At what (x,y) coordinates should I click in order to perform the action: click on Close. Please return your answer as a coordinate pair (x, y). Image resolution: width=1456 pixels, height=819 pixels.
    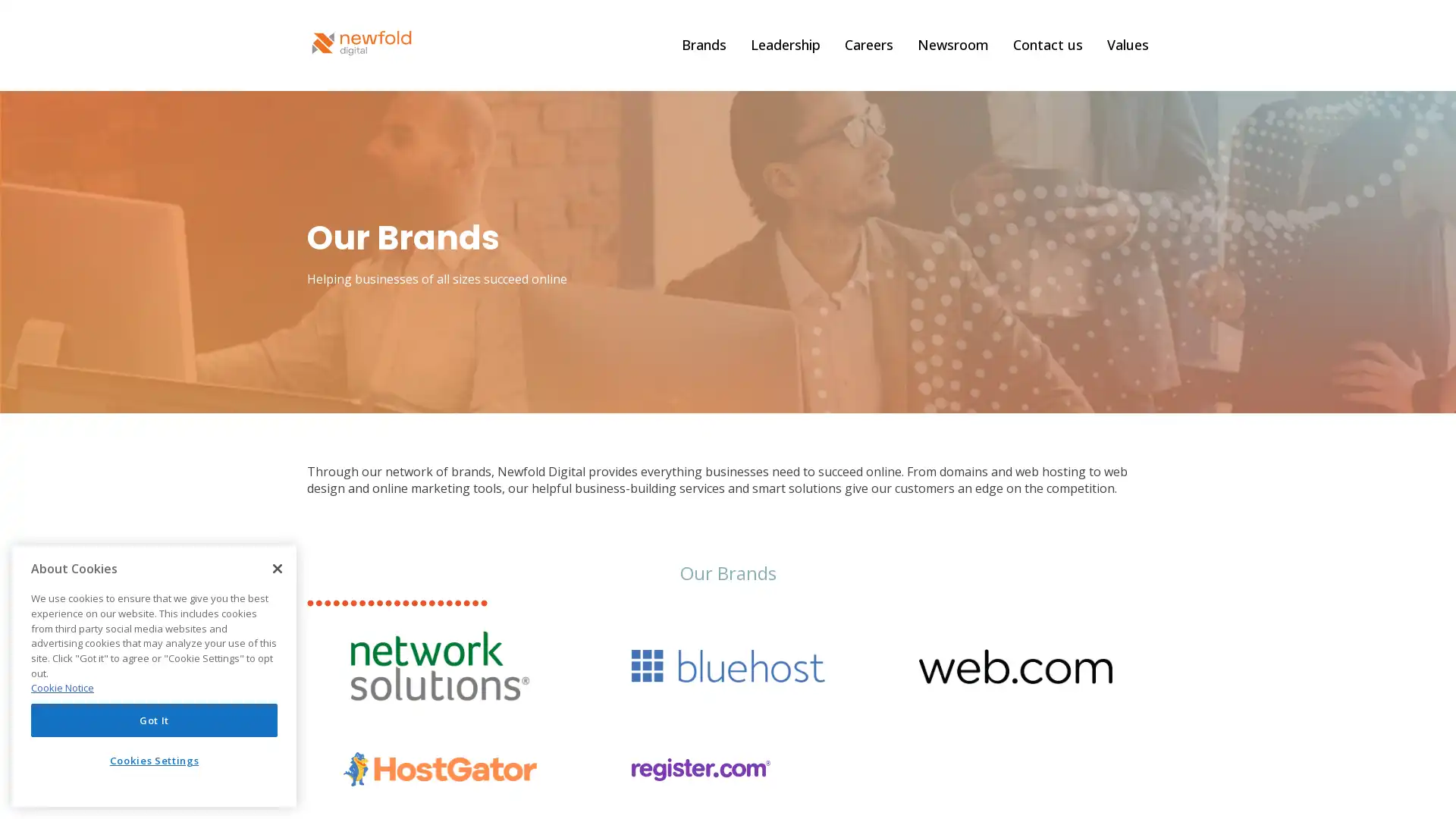
    Looking at the image, I should click on (277, 568).